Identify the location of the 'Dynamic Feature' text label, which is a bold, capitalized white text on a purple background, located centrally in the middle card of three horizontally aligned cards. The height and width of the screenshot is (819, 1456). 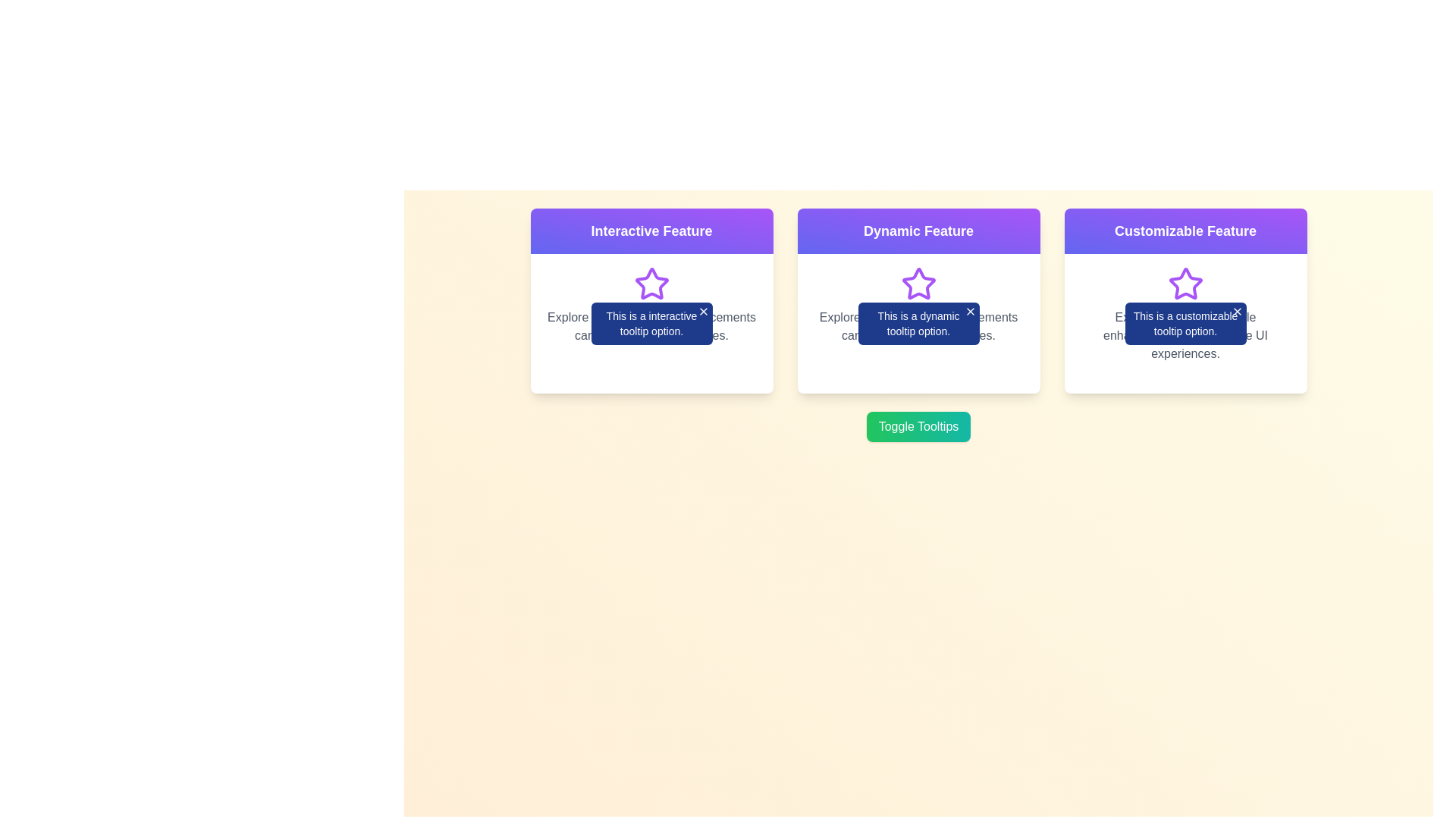
(918, 231).